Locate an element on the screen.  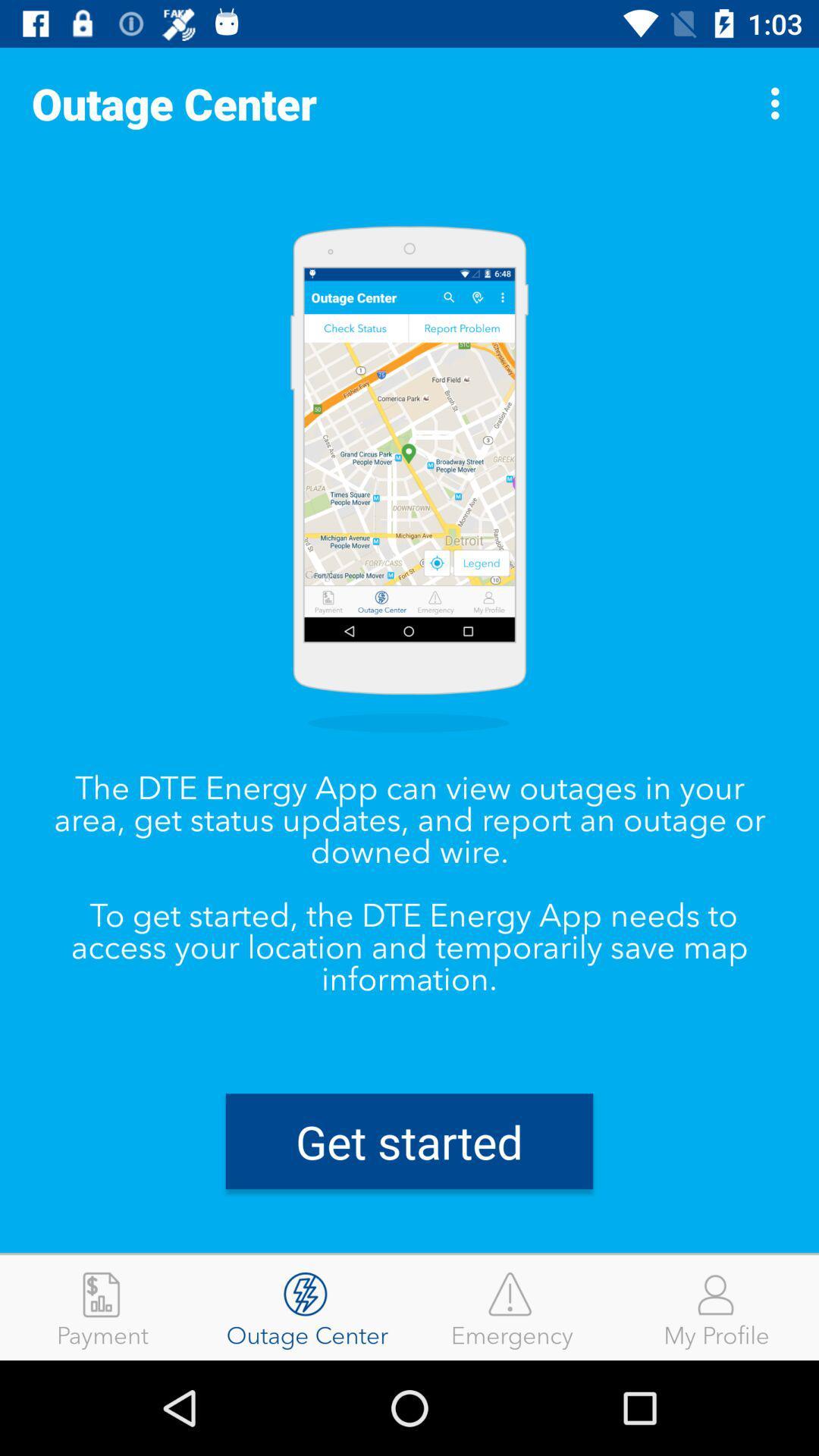
the my profile is located at coordinates (717, 1307).